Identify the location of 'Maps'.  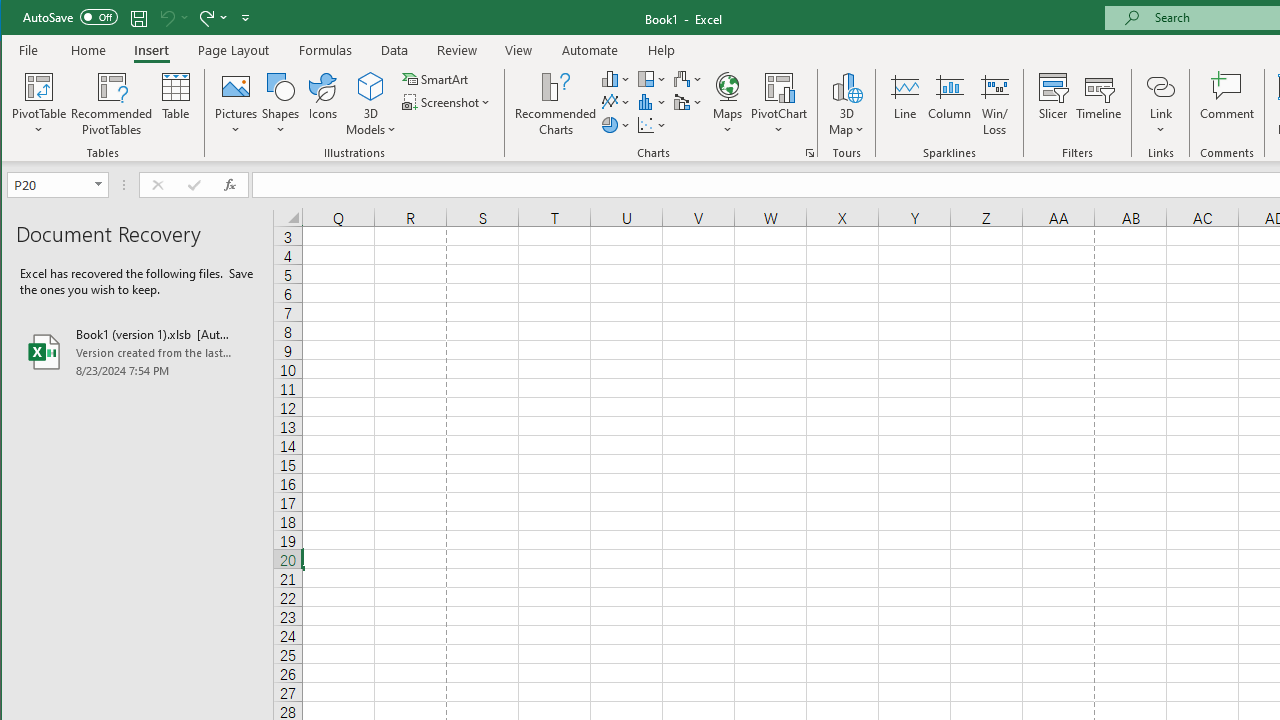
(726, 104).